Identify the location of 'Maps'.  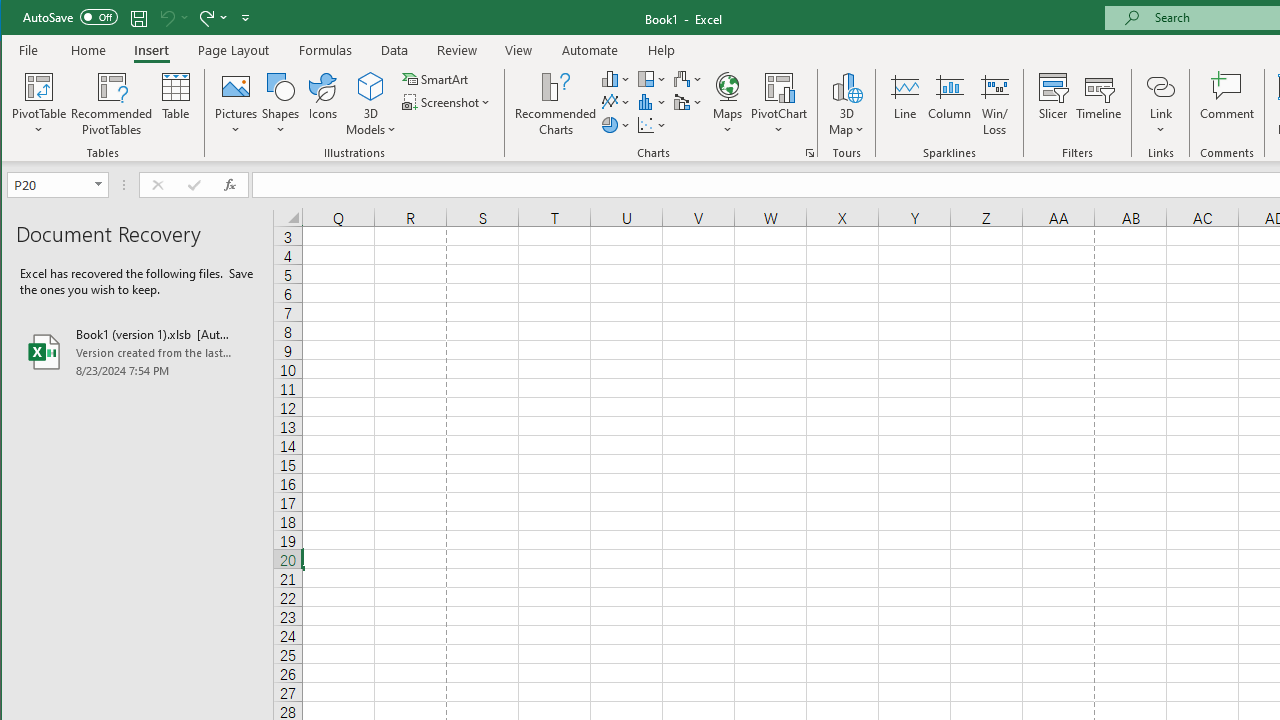
(726, 104).